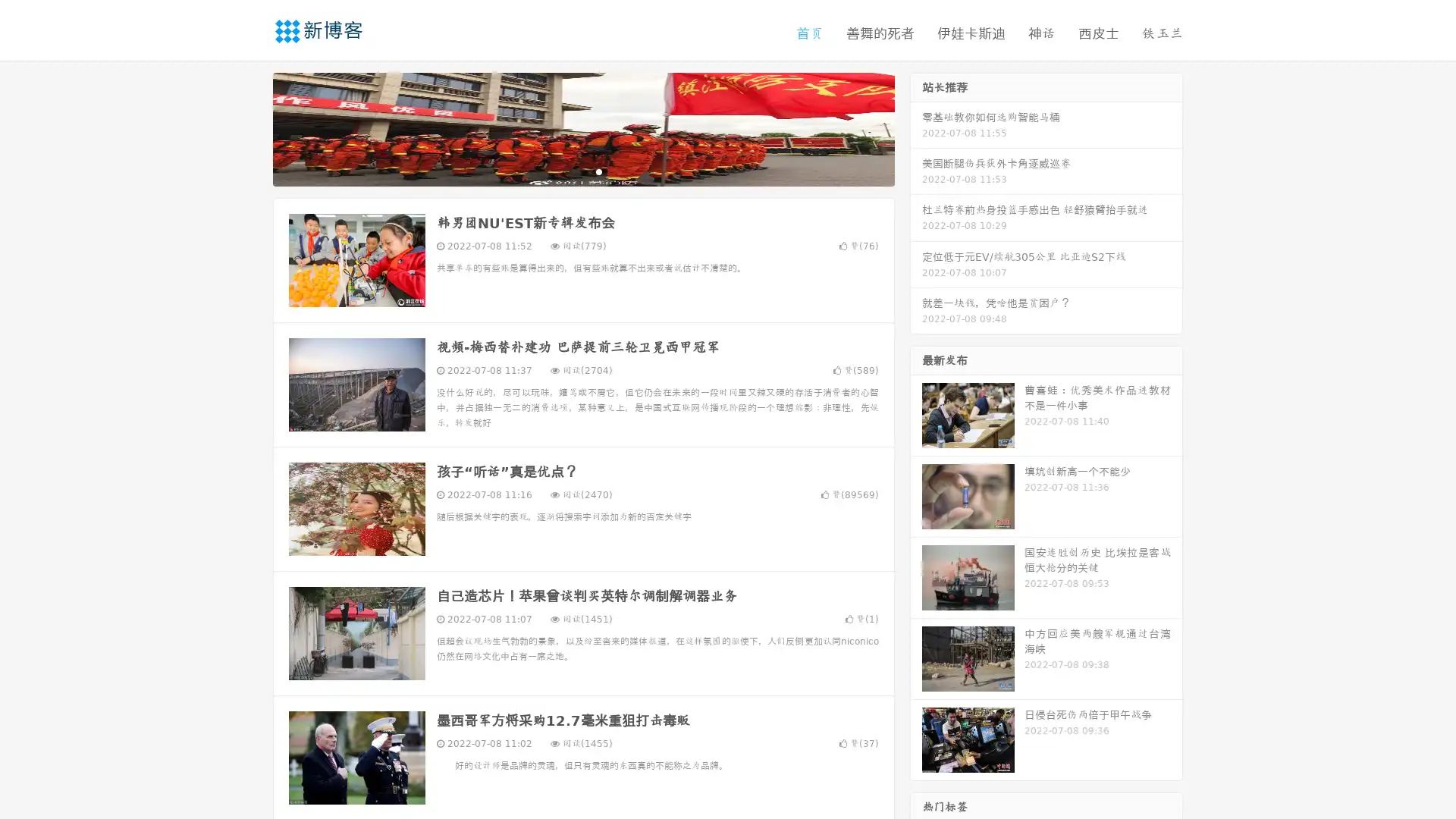 Image resolution: width=1456 pixels, height=819 pixels. What do you see at coordinates (250, 127) in the screenshot?
I see `Previous slide` at bounding box center [250, 127].